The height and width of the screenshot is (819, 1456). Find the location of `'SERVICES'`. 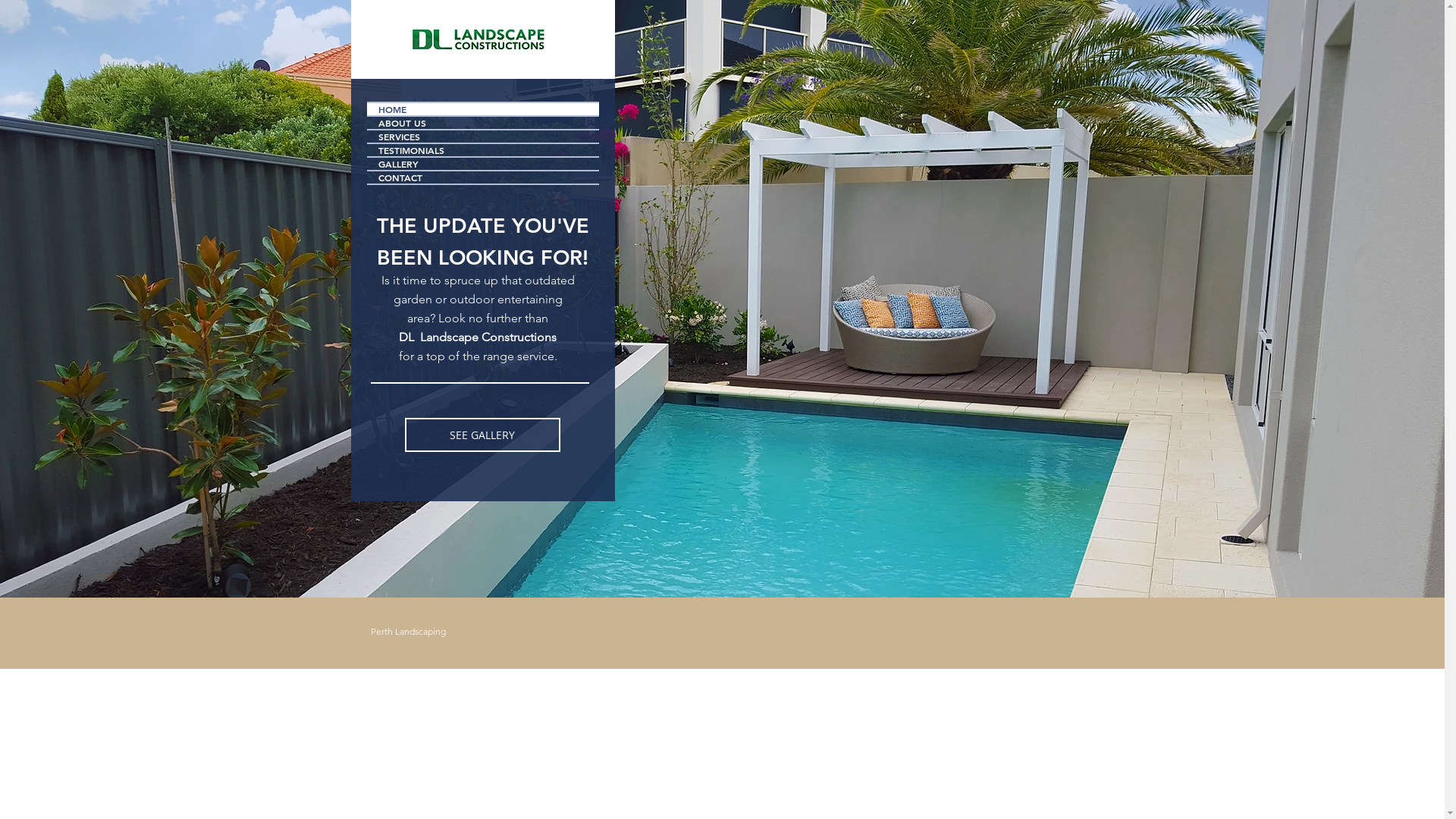

'SERVICES' is located at coordinates (482, 136).